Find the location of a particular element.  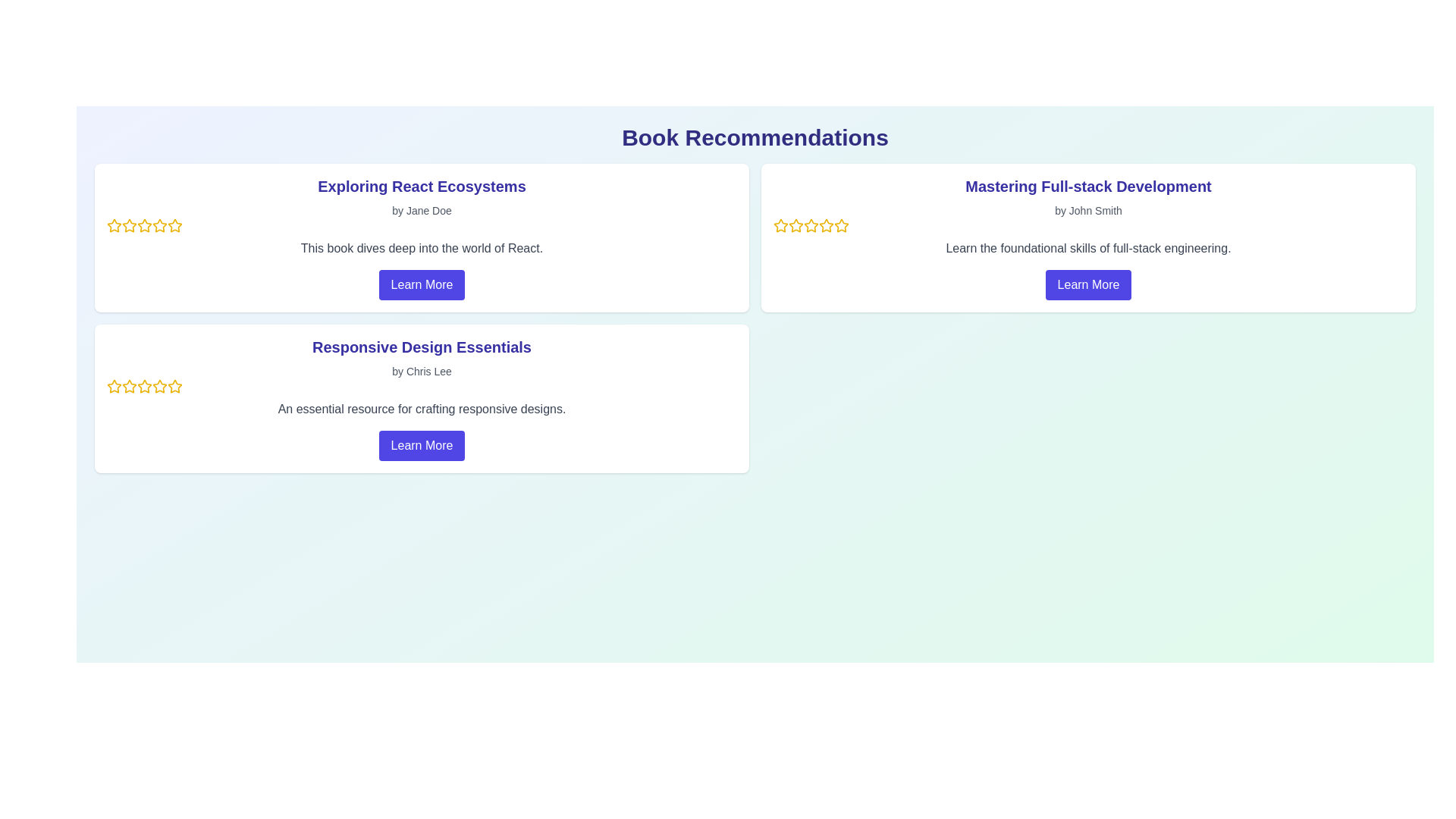

the second star icon in the five-star rating component under the 'Exploring React Ecosystems' section is located at coordinates (145, 225).